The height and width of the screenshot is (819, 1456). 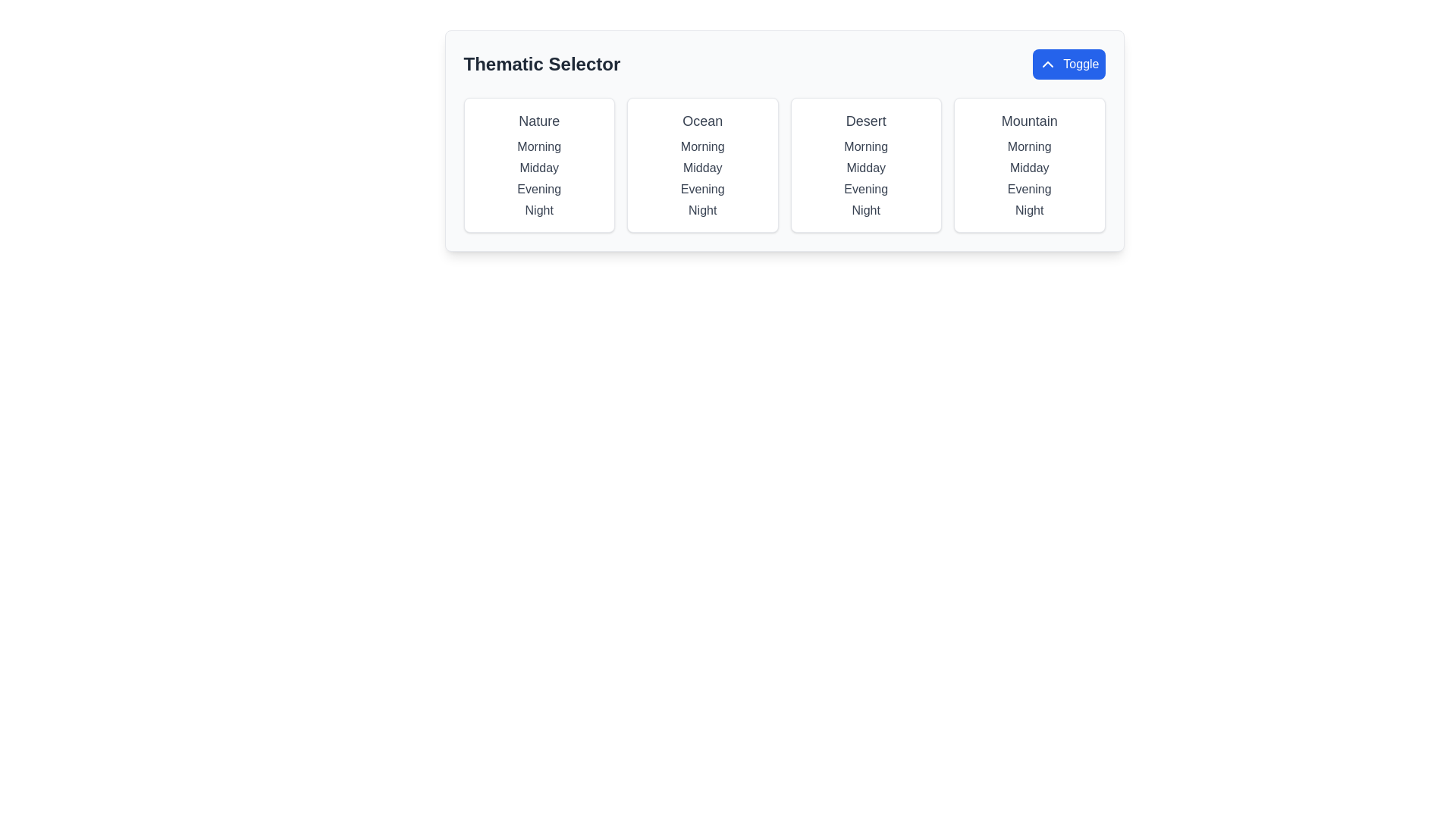 What do you see at coordinates (1029, 189) in the screenshot?
I see `the 'Evening' text label, which indicates a time period and is positioned between 'Midday' and 'Night' in a vertical list` at bounding box center [1029, 189].